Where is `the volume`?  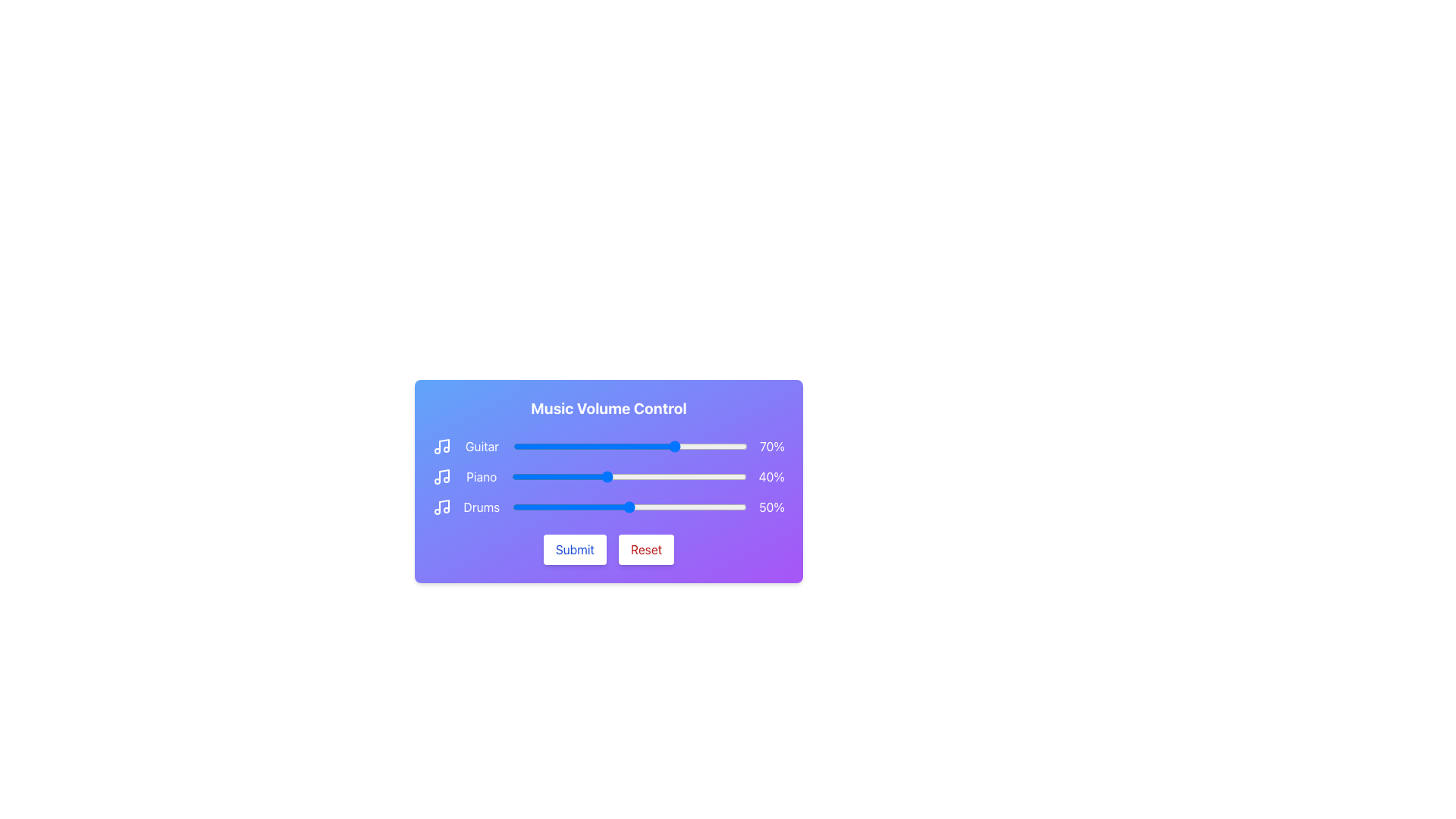 the volume is located at coordinates (639, 507).